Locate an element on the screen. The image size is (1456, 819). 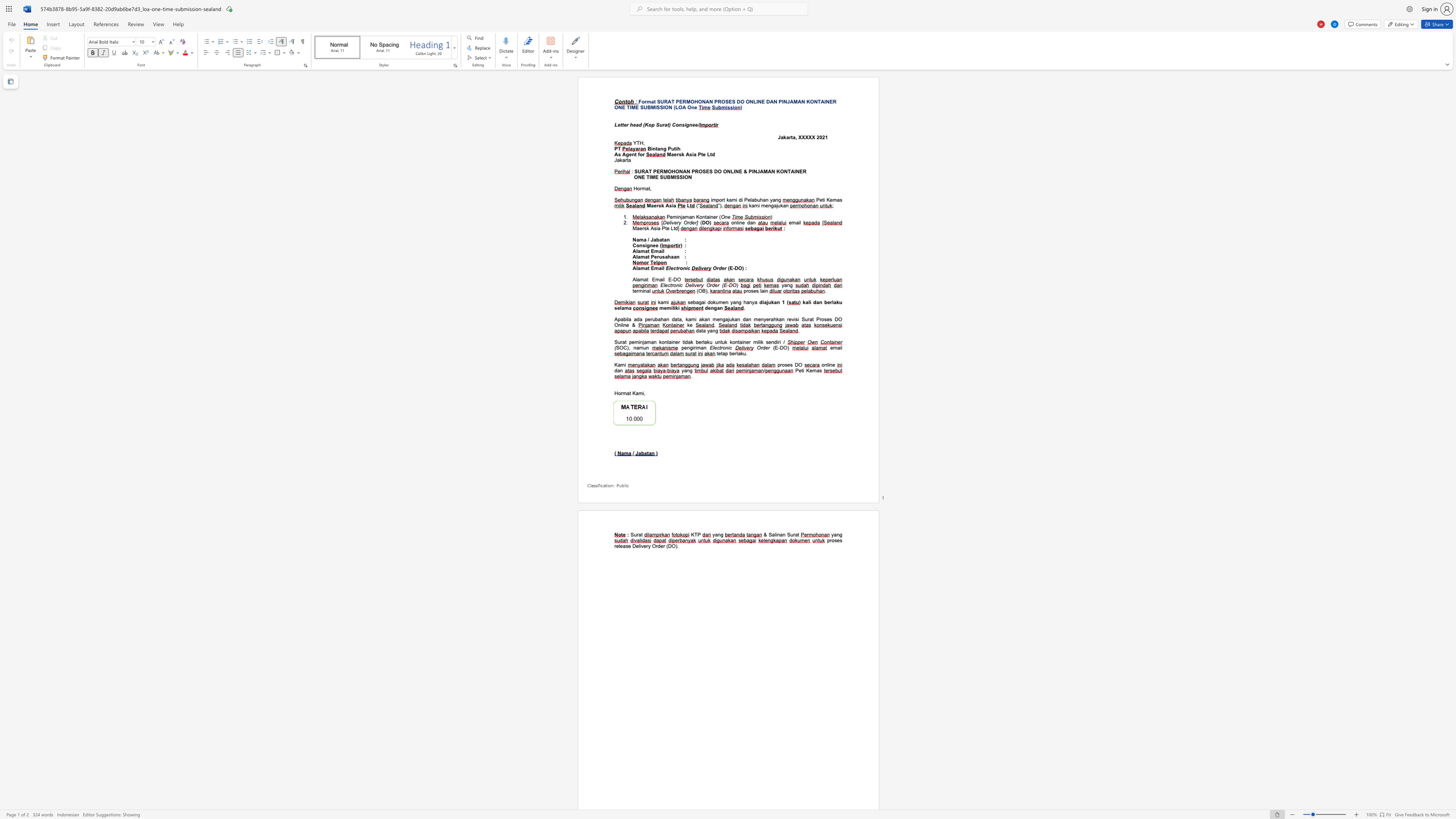
the space between the continuous character "l" and "i" in the text is located at coordinates (693, 285).